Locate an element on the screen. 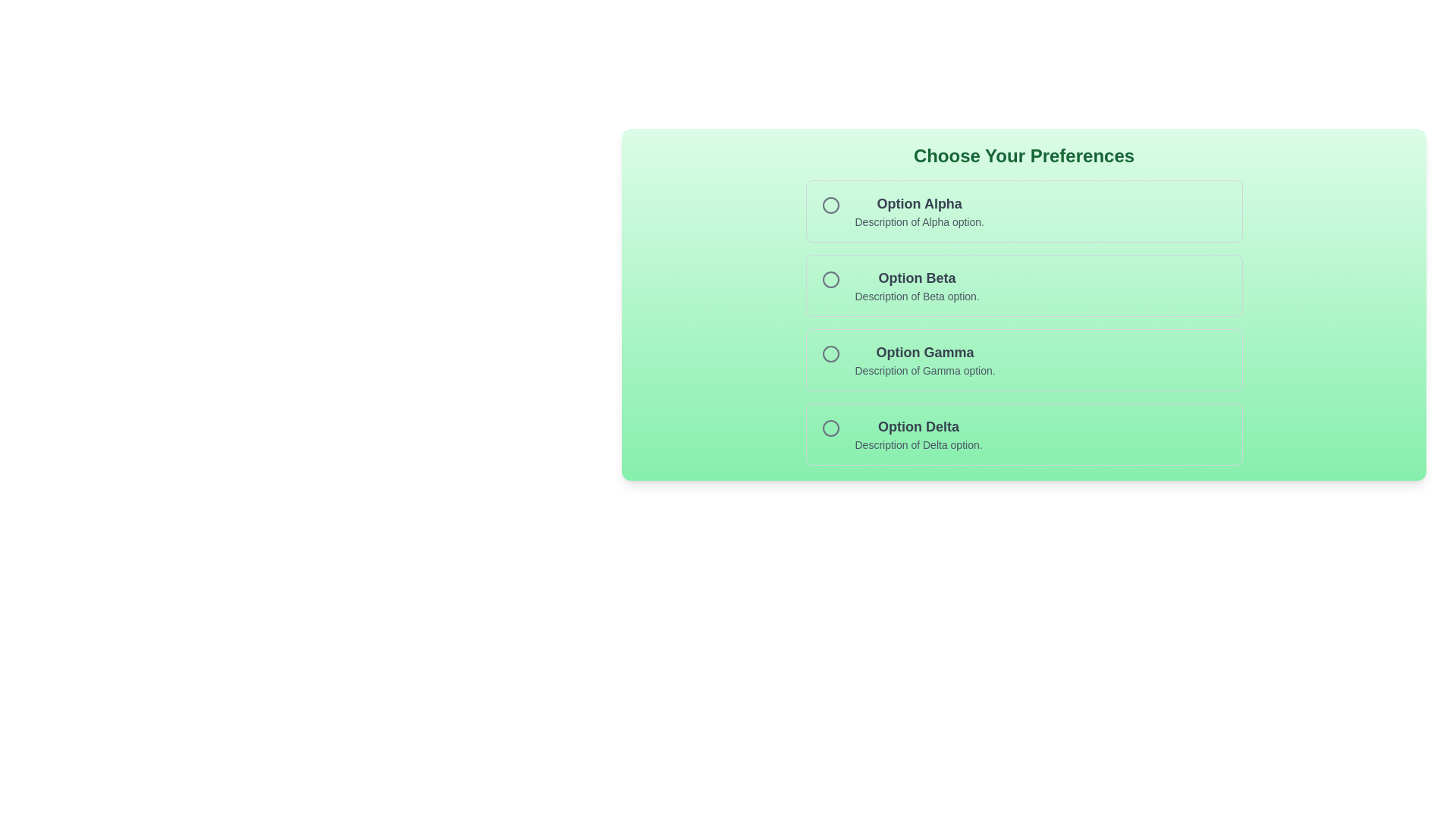 The width and height of the screenshot is (1456, 819). the circular graphic of the radio button that corresponds to 'Option Gamma', which is the third option in the list is located at coordinates (830, 353).